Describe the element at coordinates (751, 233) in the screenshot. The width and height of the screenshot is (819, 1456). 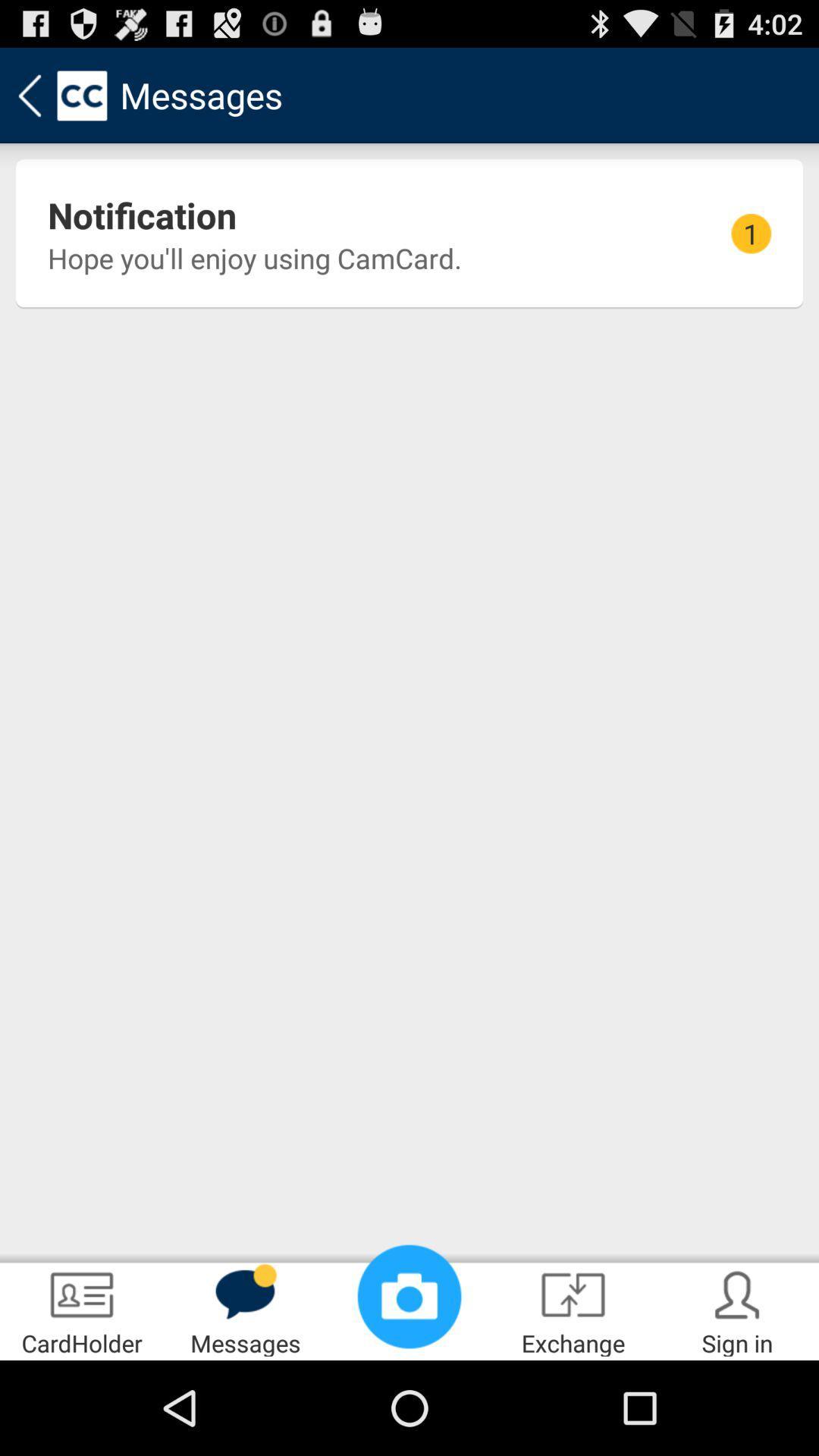
I see `the app to the right of the hope you ll` at that location.